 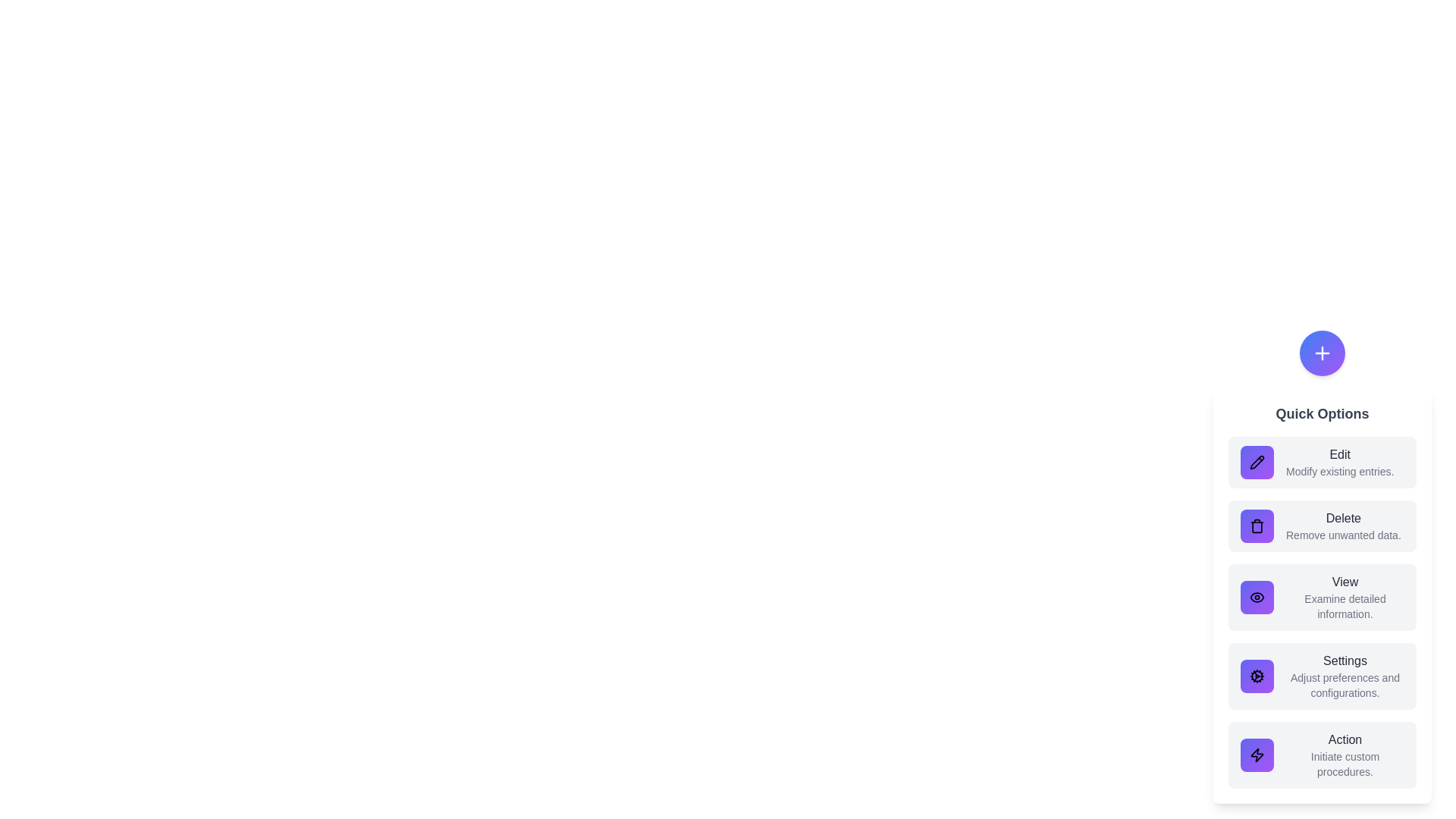 I want to click on the option Action to observe its hover effect, so click(x=1321, y=755).